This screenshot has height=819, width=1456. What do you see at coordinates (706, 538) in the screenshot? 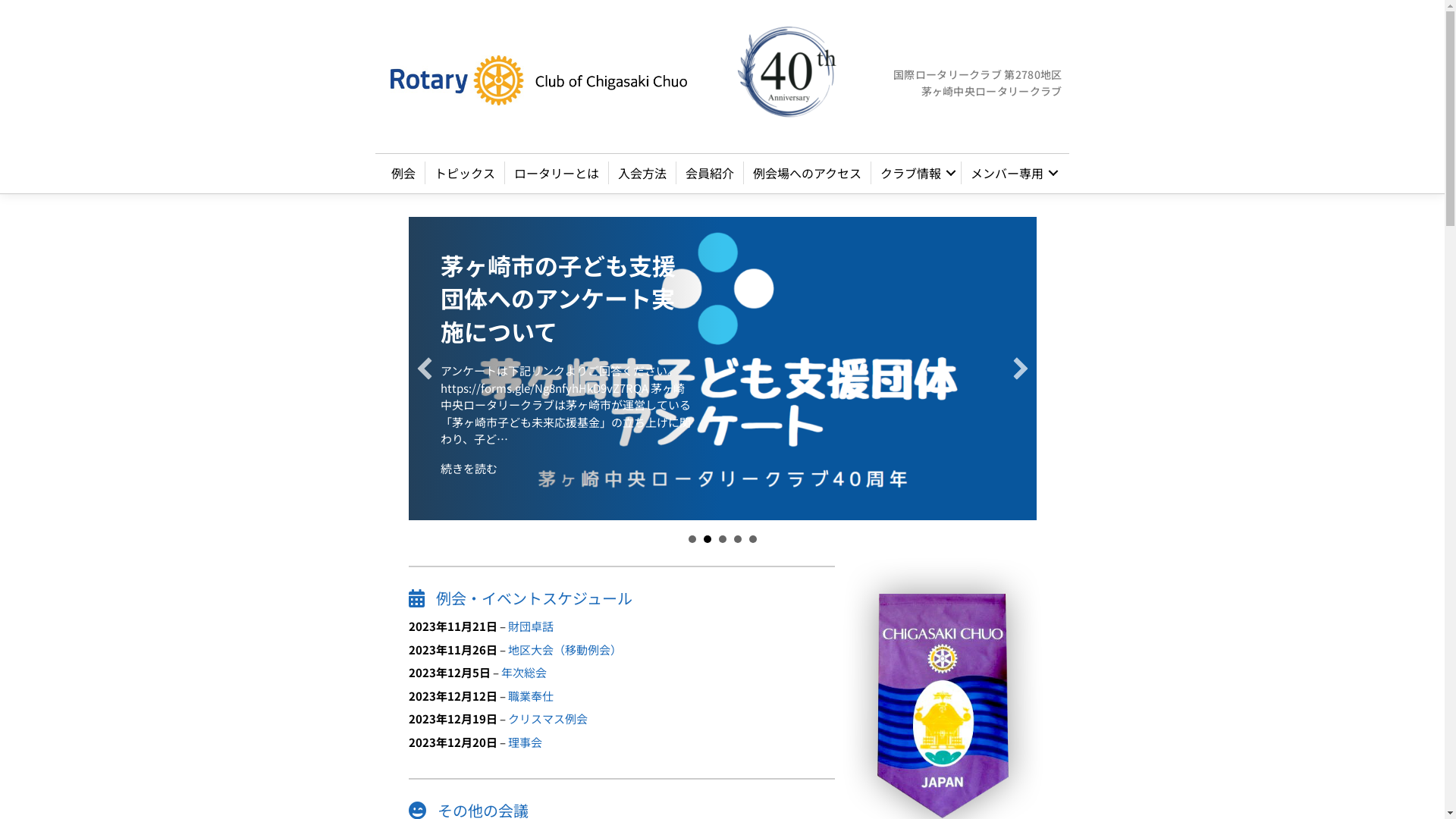
I see `'2'` at bounding box center [706, 538].